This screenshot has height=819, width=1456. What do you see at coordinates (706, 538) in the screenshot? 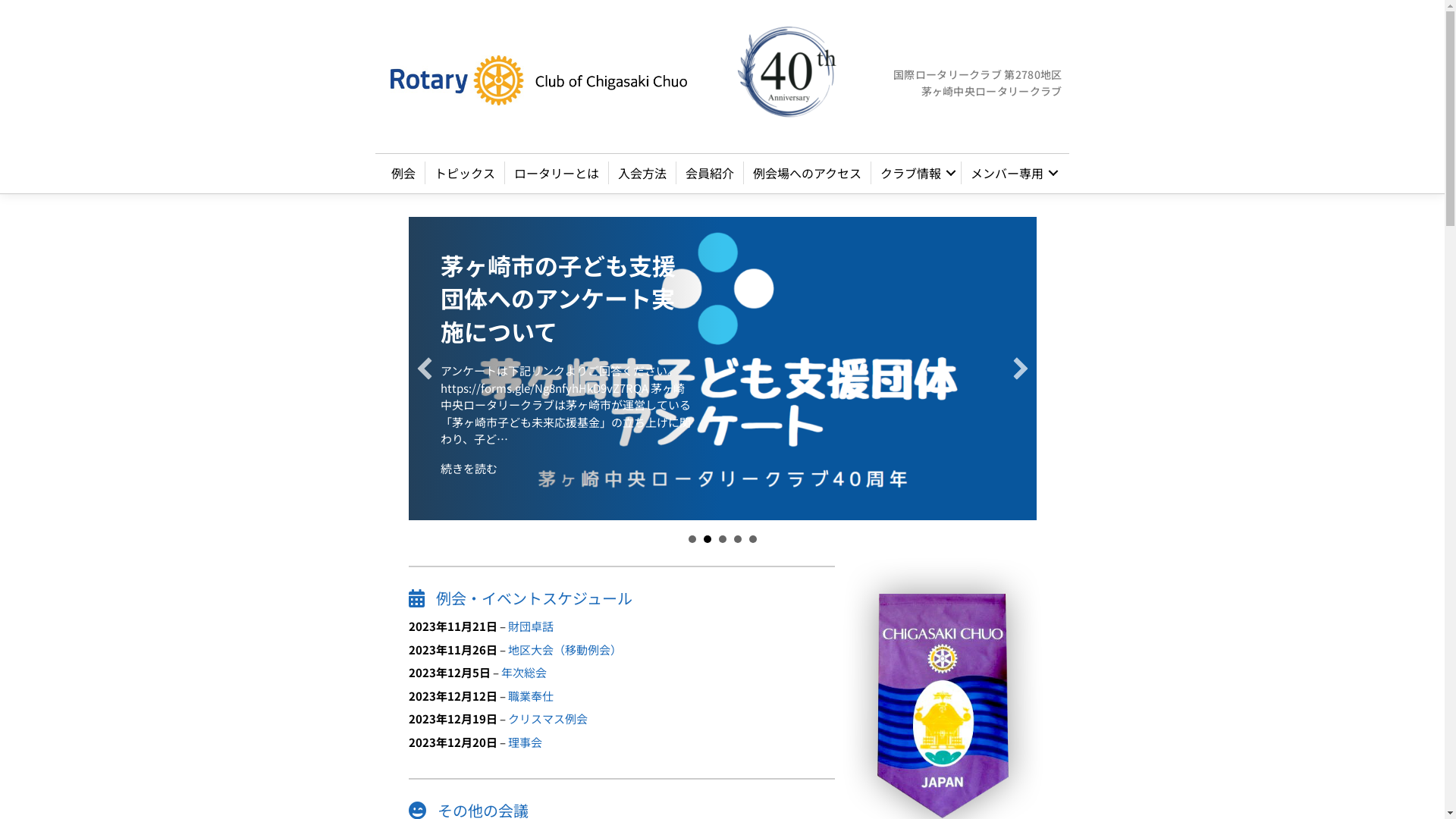
I see `'2'` at bounding box center [706, 538].